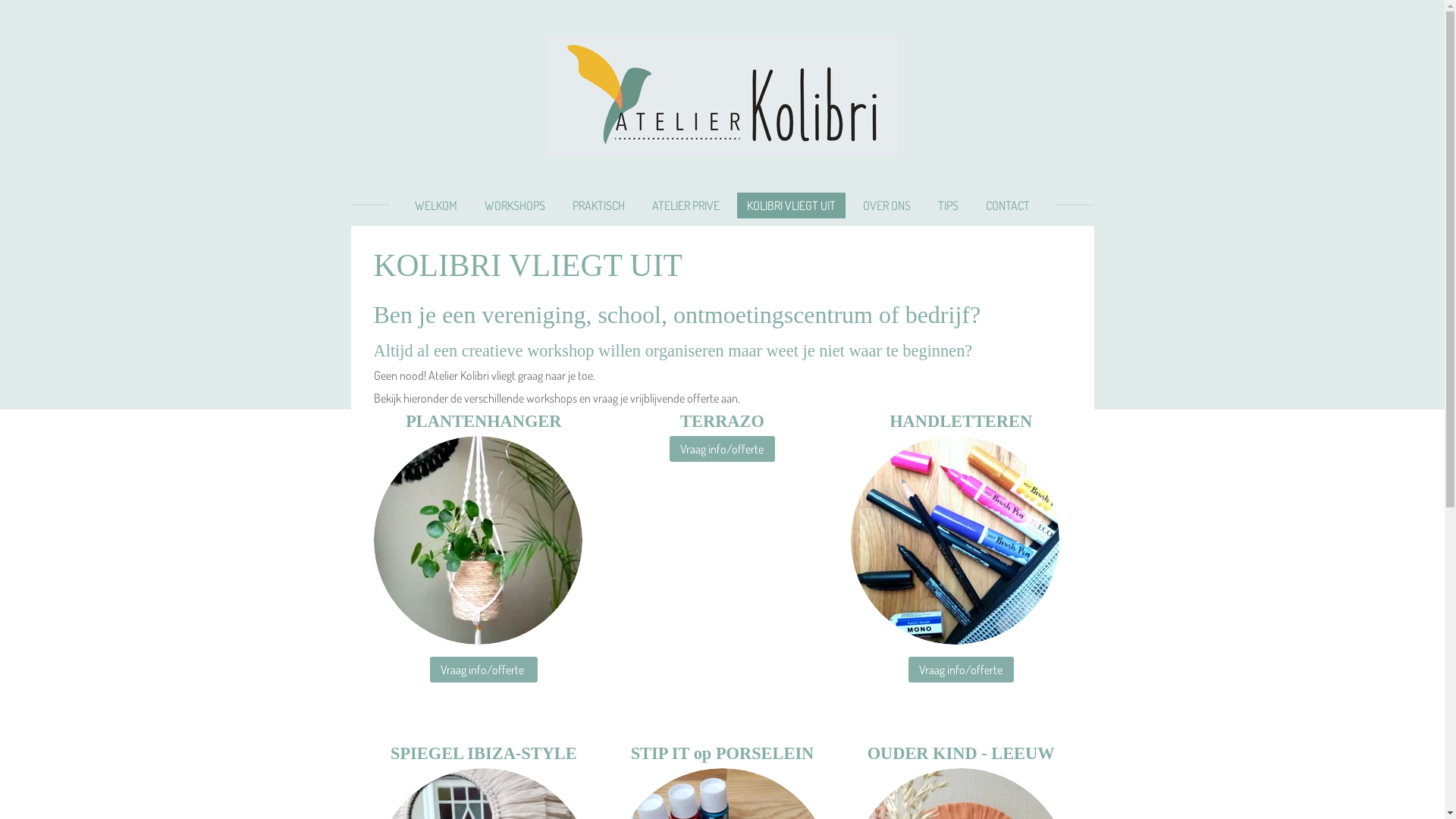 Image resolution: width=1456 pixels, height=819 pixels. I want to click on 'atelierkolibri.be', so click(721, 96).